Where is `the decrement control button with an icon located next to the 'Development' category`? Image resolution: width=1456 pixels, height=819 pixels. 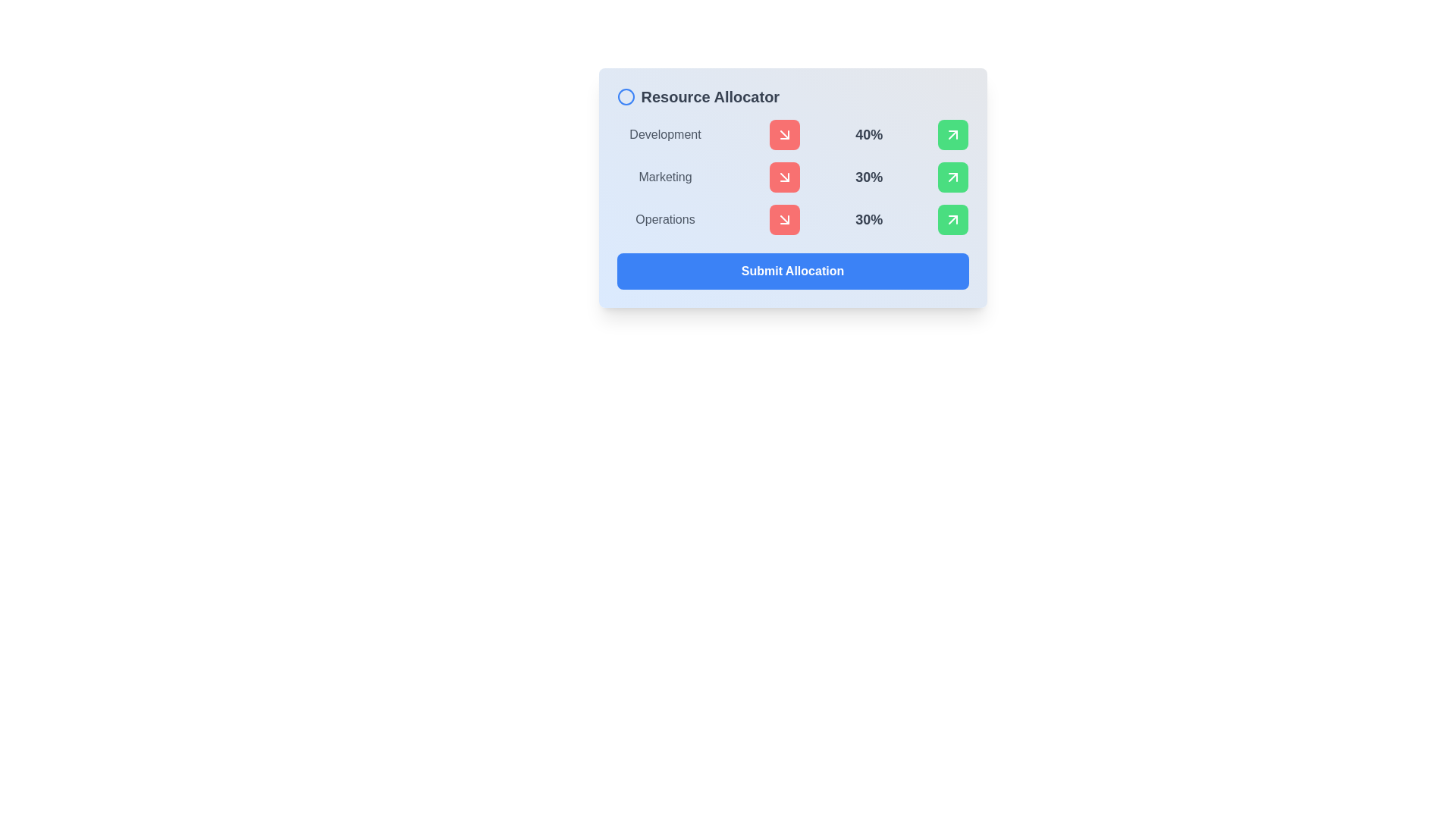
the decrement control button with an icon located next to the 'Development' category is located at coordinates (792, 133).